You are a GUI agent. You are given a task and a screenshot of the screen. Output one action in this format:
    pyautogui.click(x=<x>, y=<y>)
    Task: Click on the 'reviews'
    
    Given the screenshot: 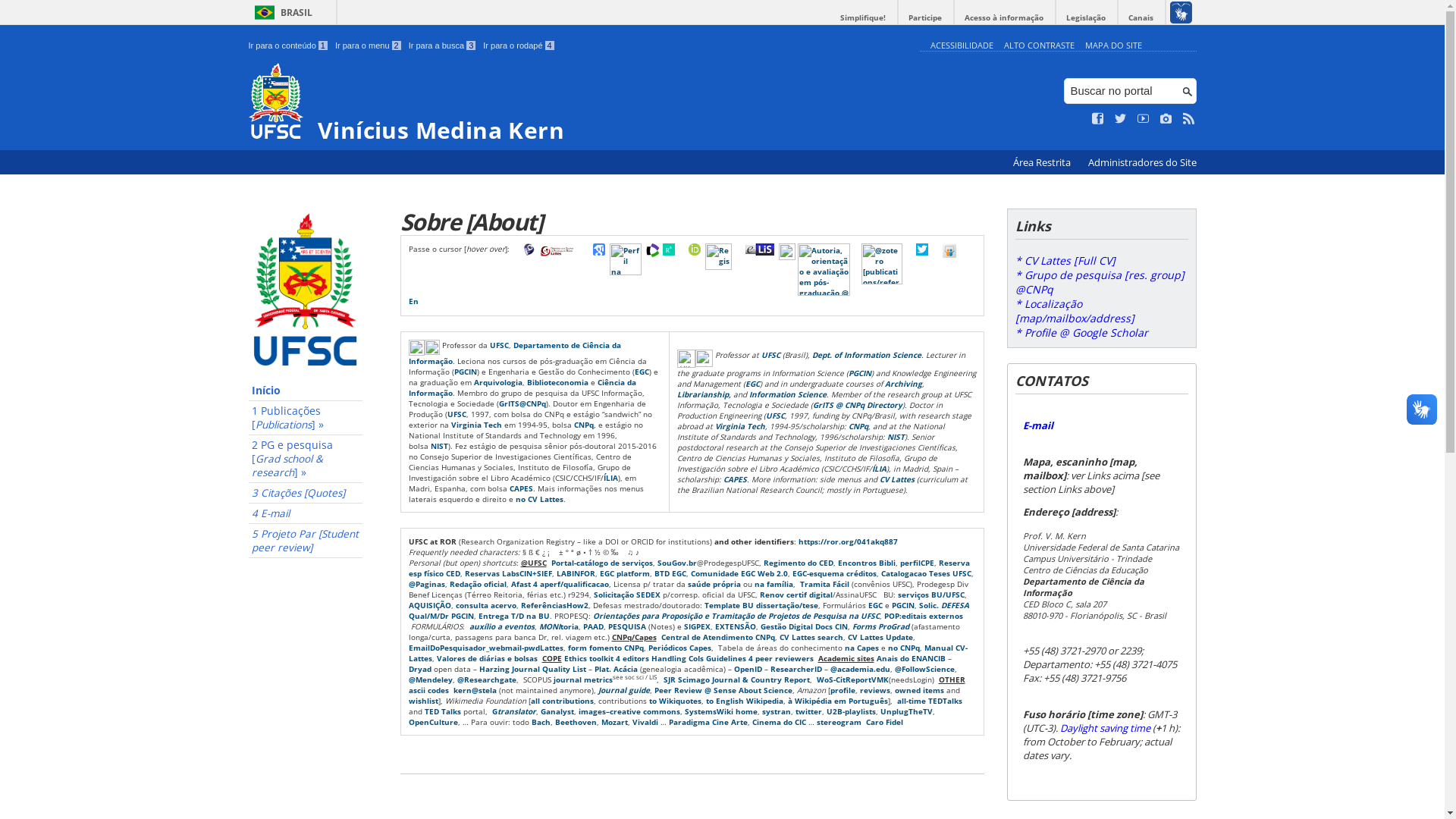 What is the action you would take?
    pyautogui.click(x=874, y=690)
    